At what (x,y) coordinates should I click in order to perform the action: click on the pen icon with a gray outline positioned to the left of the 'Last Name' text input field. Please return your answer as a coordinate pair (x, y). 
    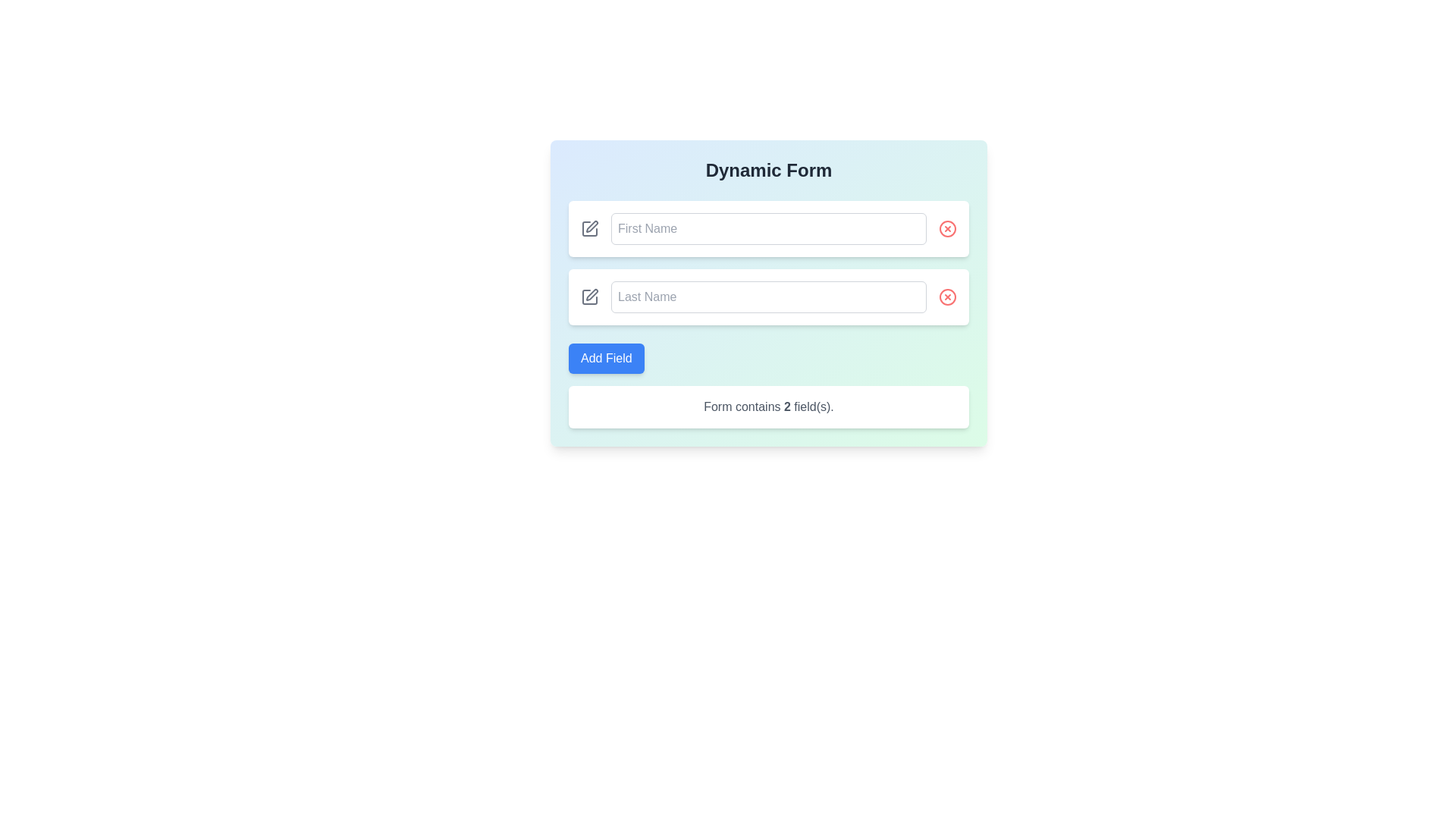
    Looking at the image, I should click on (588, 297).